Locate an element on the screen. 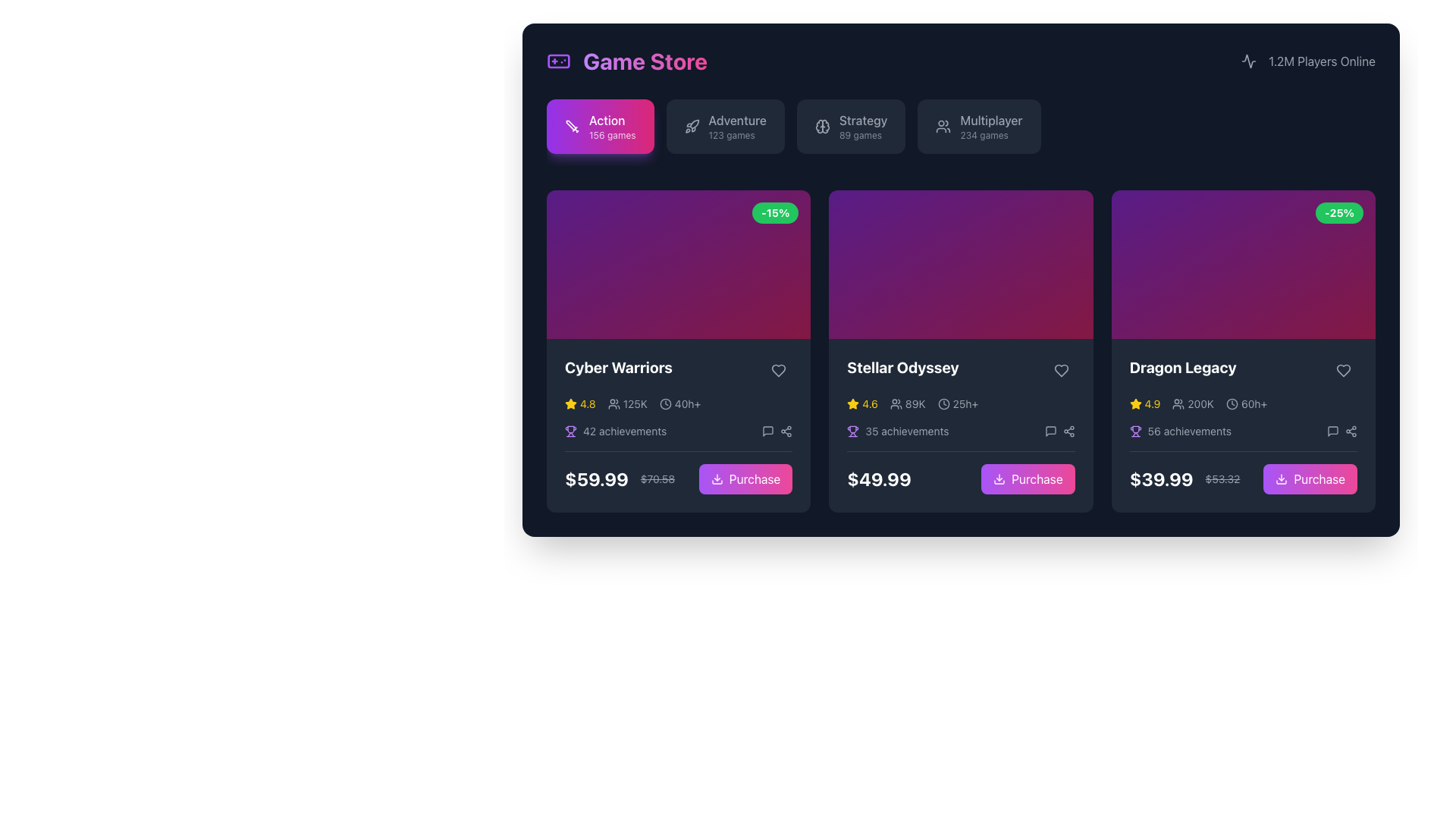 The width and height of the screenshot is (1456, 819). the rounded rectangular button with a gradient background from purple to pink, containing a downward-pointing arrow icon and the text 'Purchase' to initiate the purchase is located at coordinates (1028, 479).